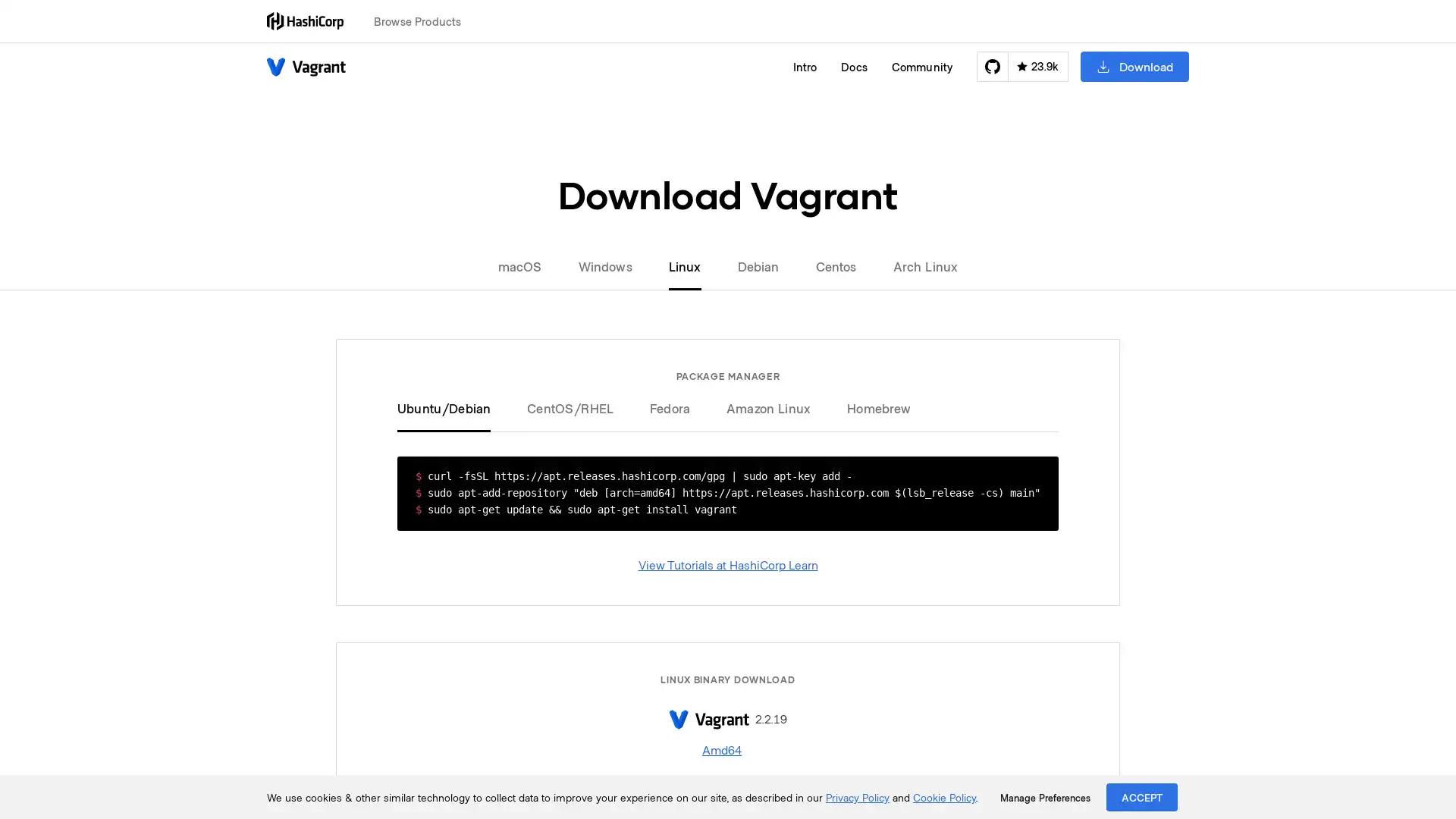 The height and width of the screenshot is (819, 1456). Describe the element at coordinates (1142, 796) in the screenshot. I see `ACCEPT` at that location.